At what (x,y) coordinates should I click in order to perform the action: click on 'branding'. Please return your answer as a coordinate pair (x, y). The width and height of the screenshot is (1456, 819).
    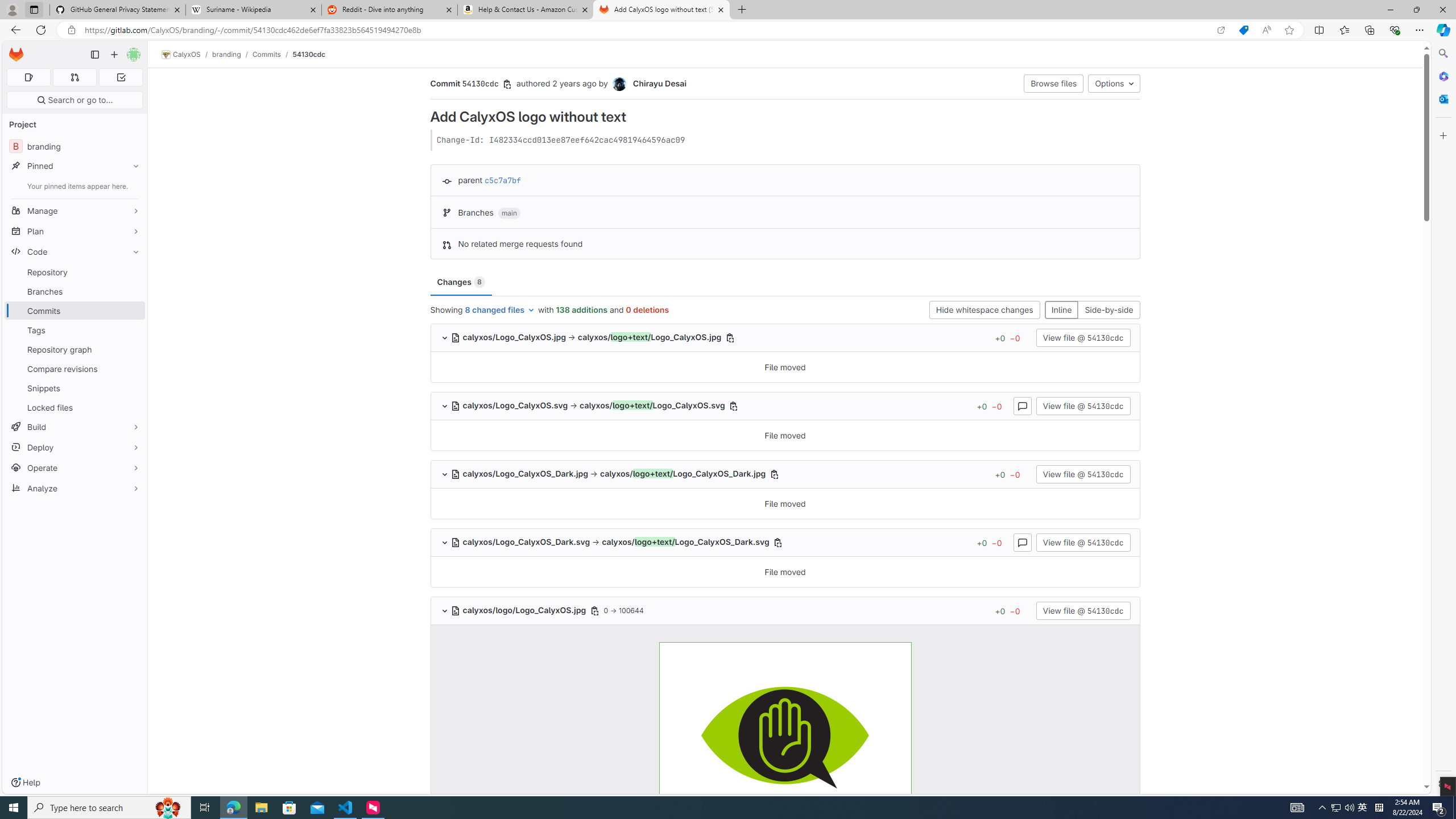
    Looking at the image, I should click on (227, 54).